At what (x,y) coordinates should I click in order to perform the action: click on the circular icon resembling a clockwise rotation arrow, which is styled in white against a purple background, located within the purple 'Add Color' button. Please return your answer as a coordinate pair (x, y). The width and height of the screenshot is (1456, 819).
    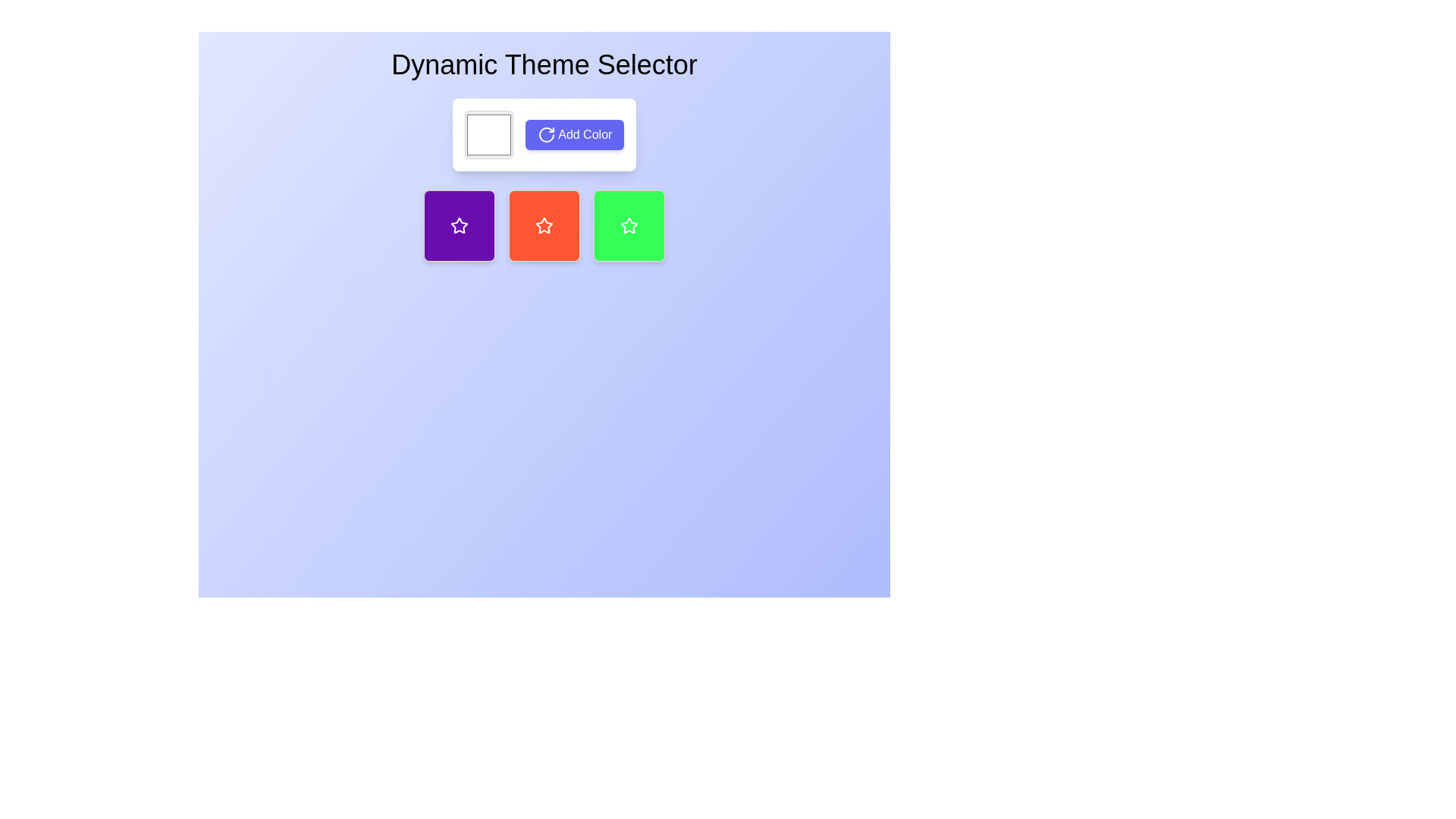
    Looking at the image, I should click on (546, 134).